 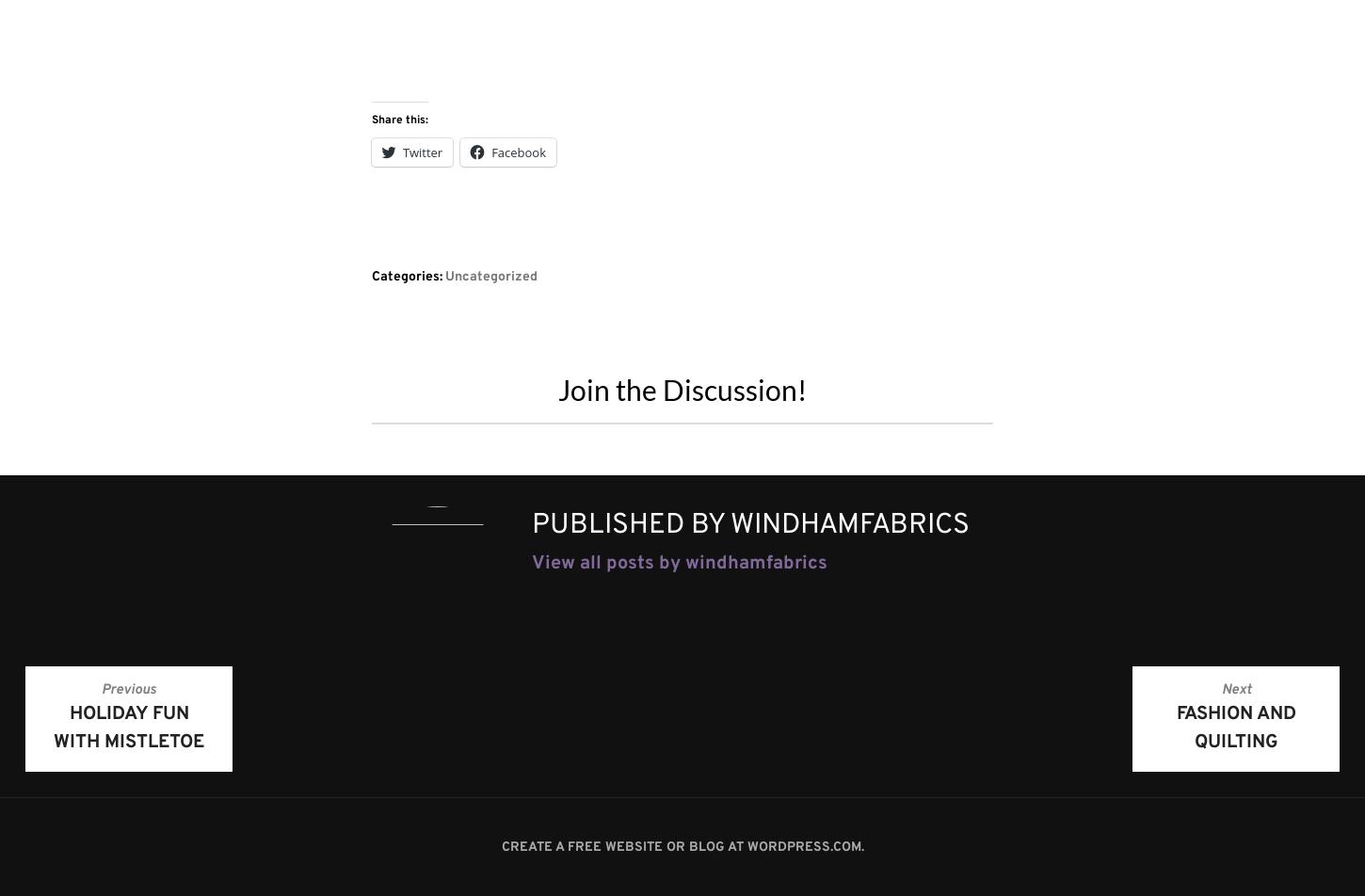 What do you see at coordinates (491, 276) in the screenshot?
I see `'Uncategorized'` at bounding box center [491, 276].